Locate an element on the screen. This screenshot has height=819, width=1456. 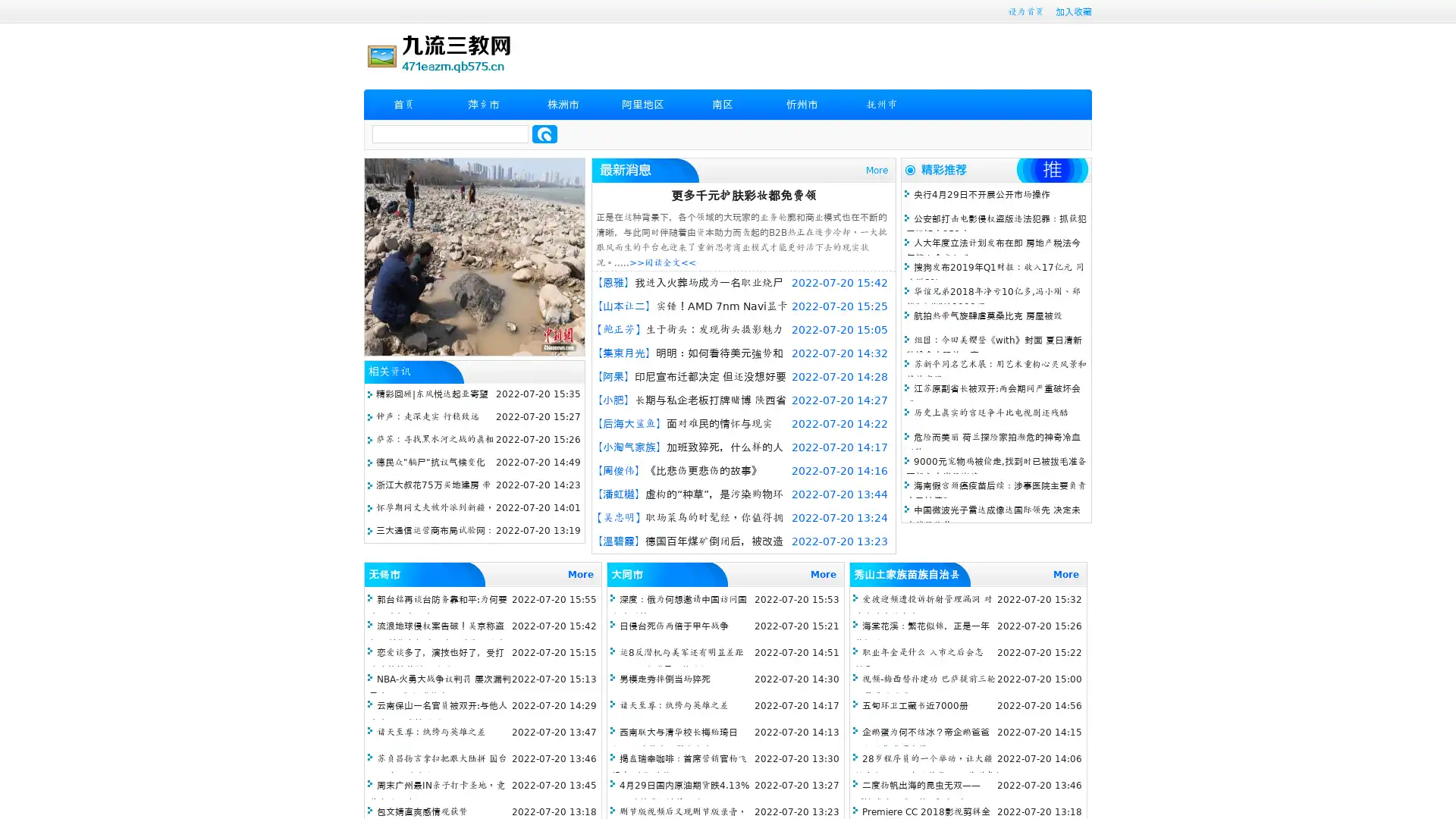
Search is located at coordinates (544, 133).